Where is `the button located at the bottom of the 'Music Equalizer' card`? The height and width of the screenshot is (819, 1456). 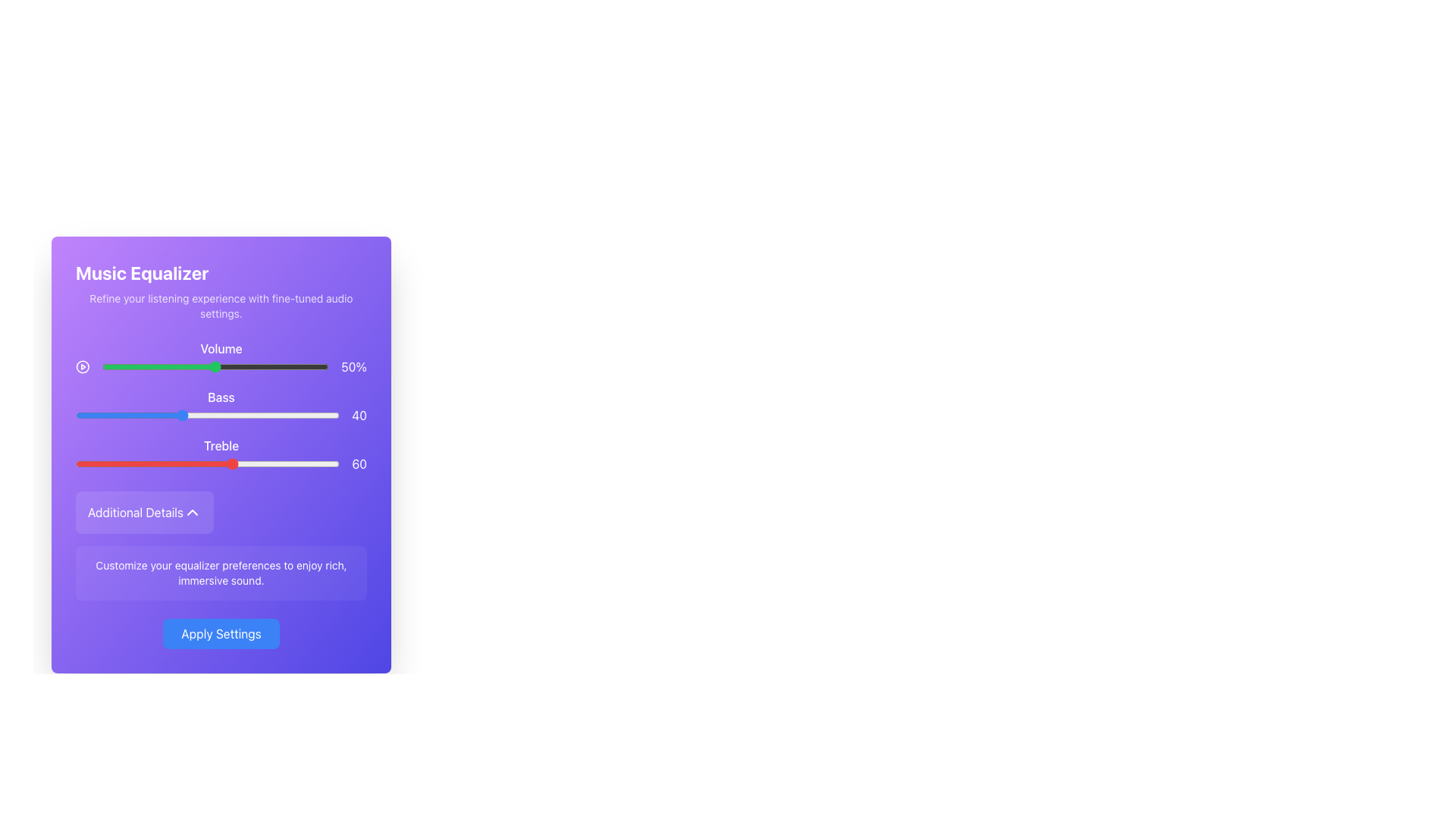 the button located at the bottom of the 'Music Equalizer' card is located at coordinates (221, 634).